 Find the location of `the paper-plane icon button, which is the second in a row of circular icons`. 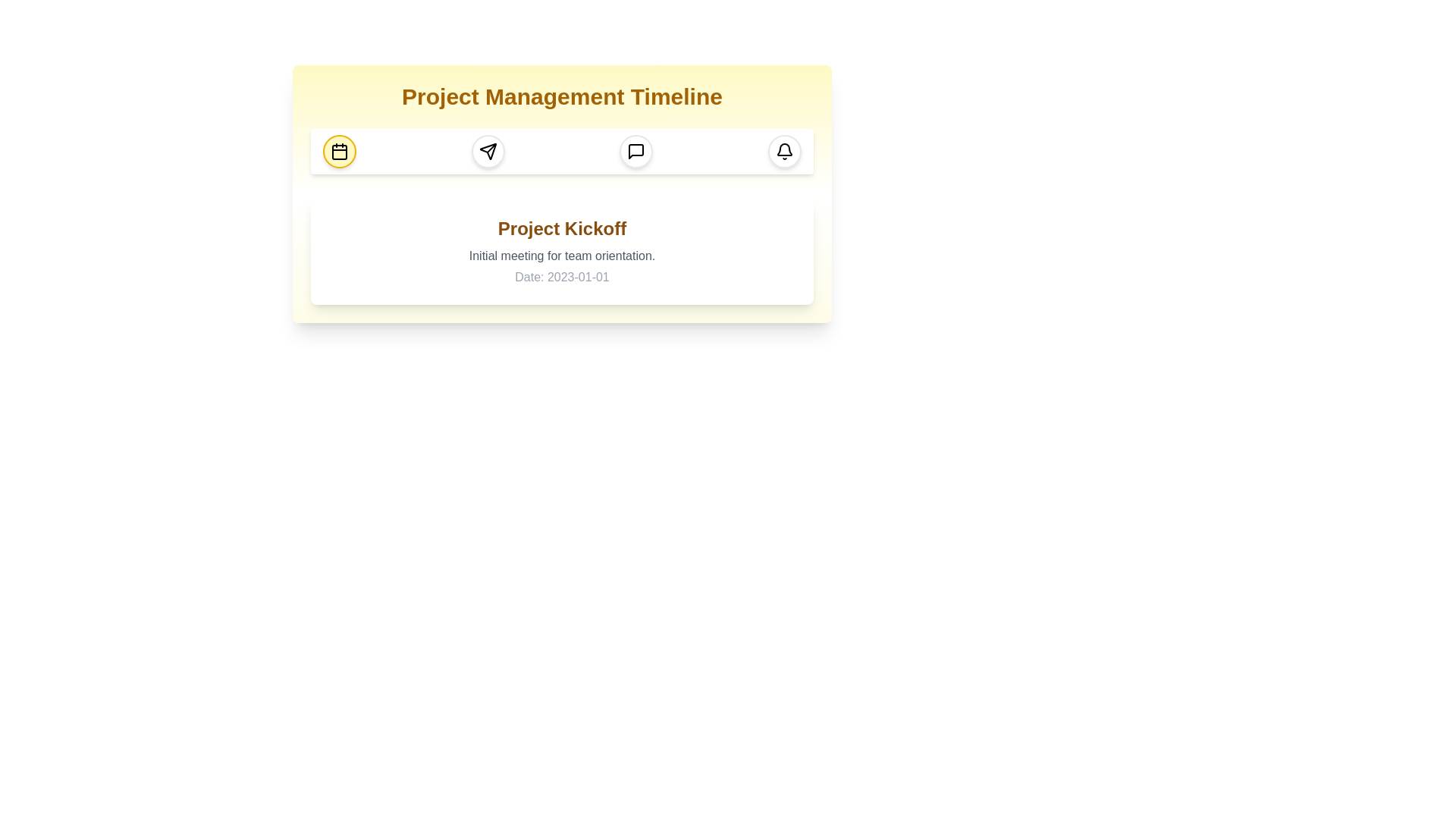

the paper-plane icon button, which is the second in a row of circular icons is located at coordinates (488, 152).